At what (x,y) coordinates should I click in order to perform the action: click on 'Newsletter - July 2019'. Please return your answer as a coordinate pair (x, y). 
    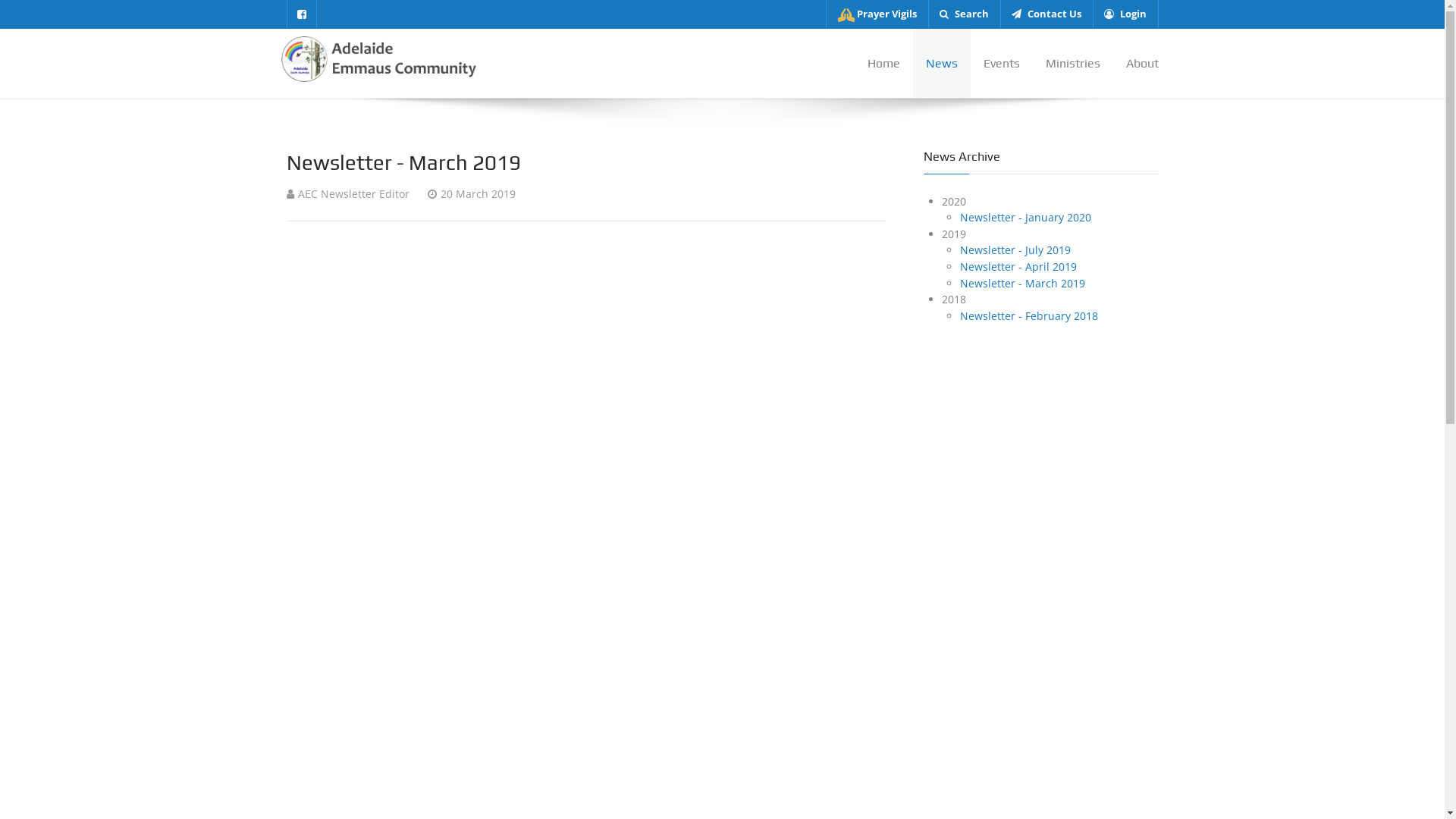
    Looking at the image, I should click on (1015, 249).